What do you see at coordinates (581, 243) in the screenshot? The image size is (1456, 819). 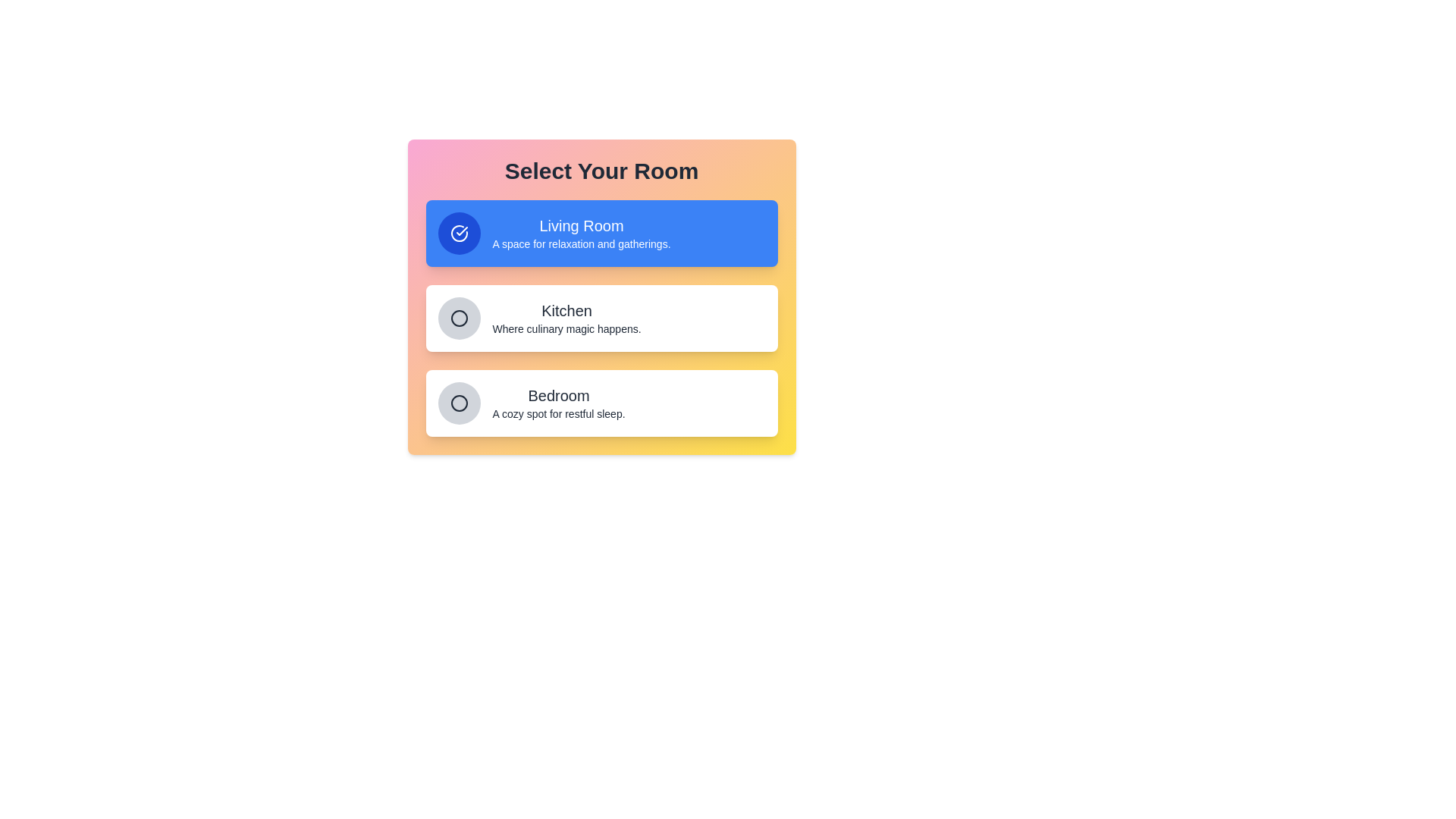 I see `the text label reading 'A space for relaxation and gatherings.' which is located directly below the 'Living Room' title in the 'Select Your Room' interface panel` at bounding box center [581, 243].